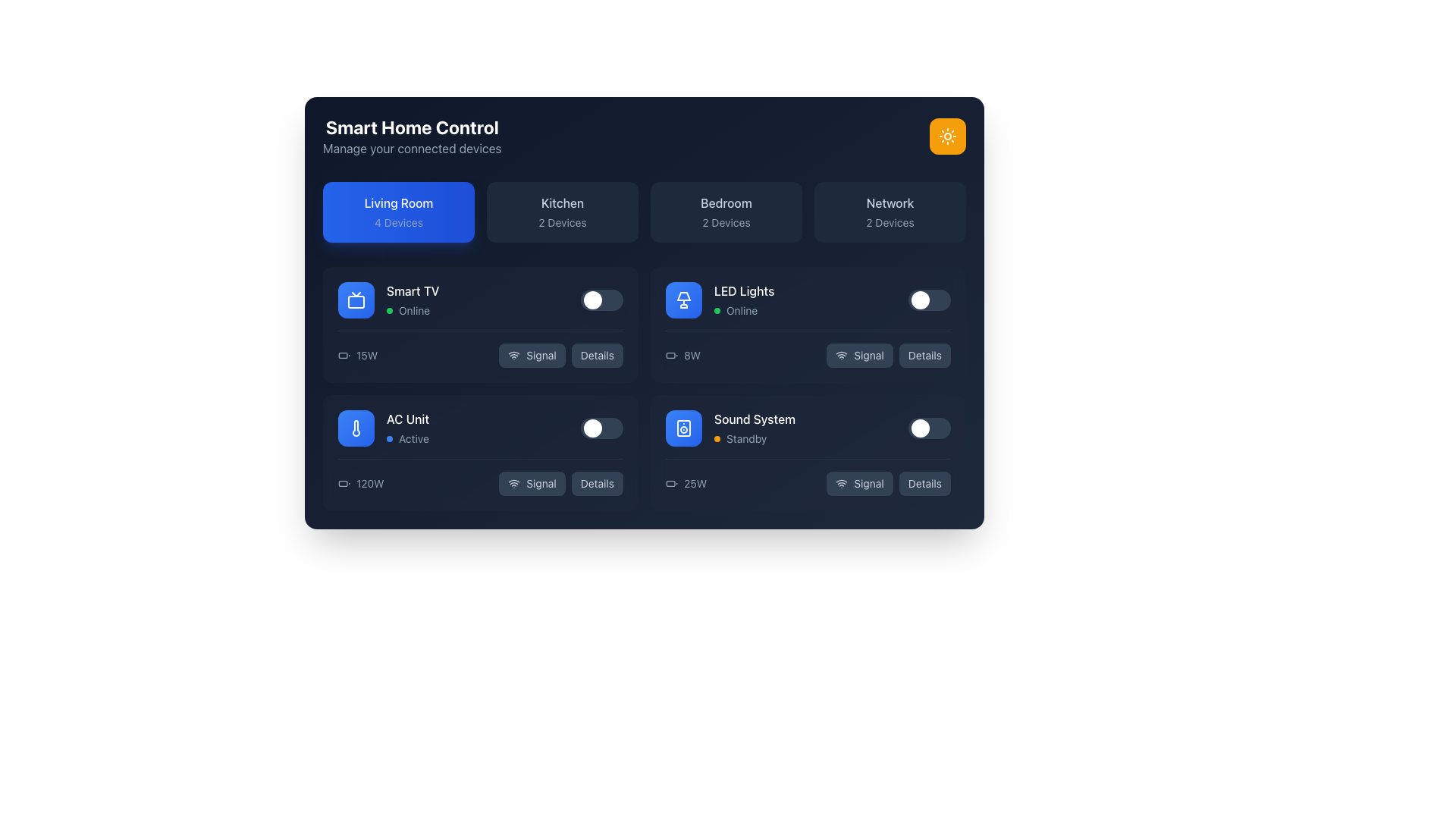 This screenshot has height=819, width=1456. I want to click on the button for the 'AC Unit' device control section, so click(532, 483).